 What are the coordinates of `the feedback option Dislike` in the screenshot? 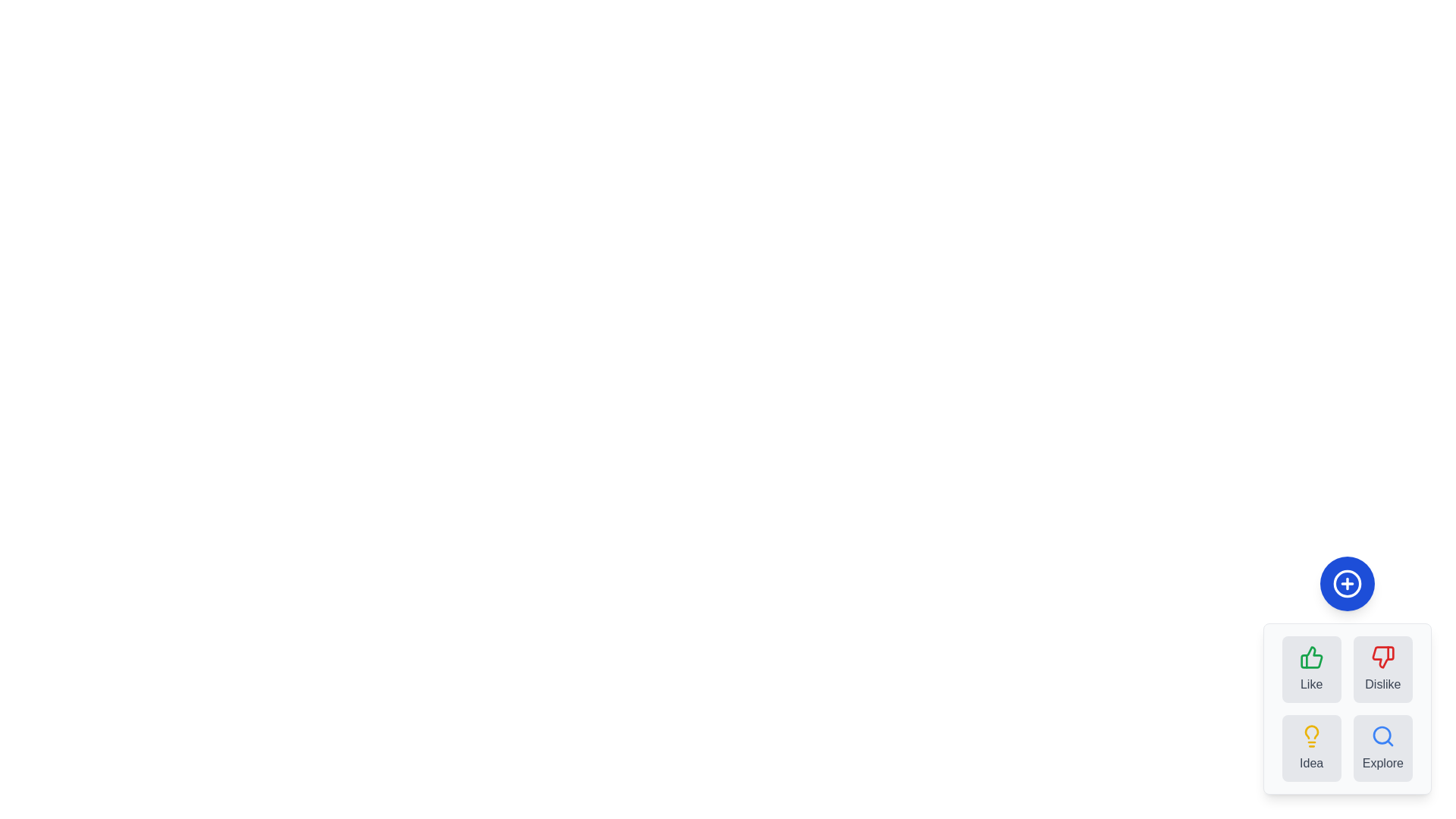 It's located at (1382, 669).